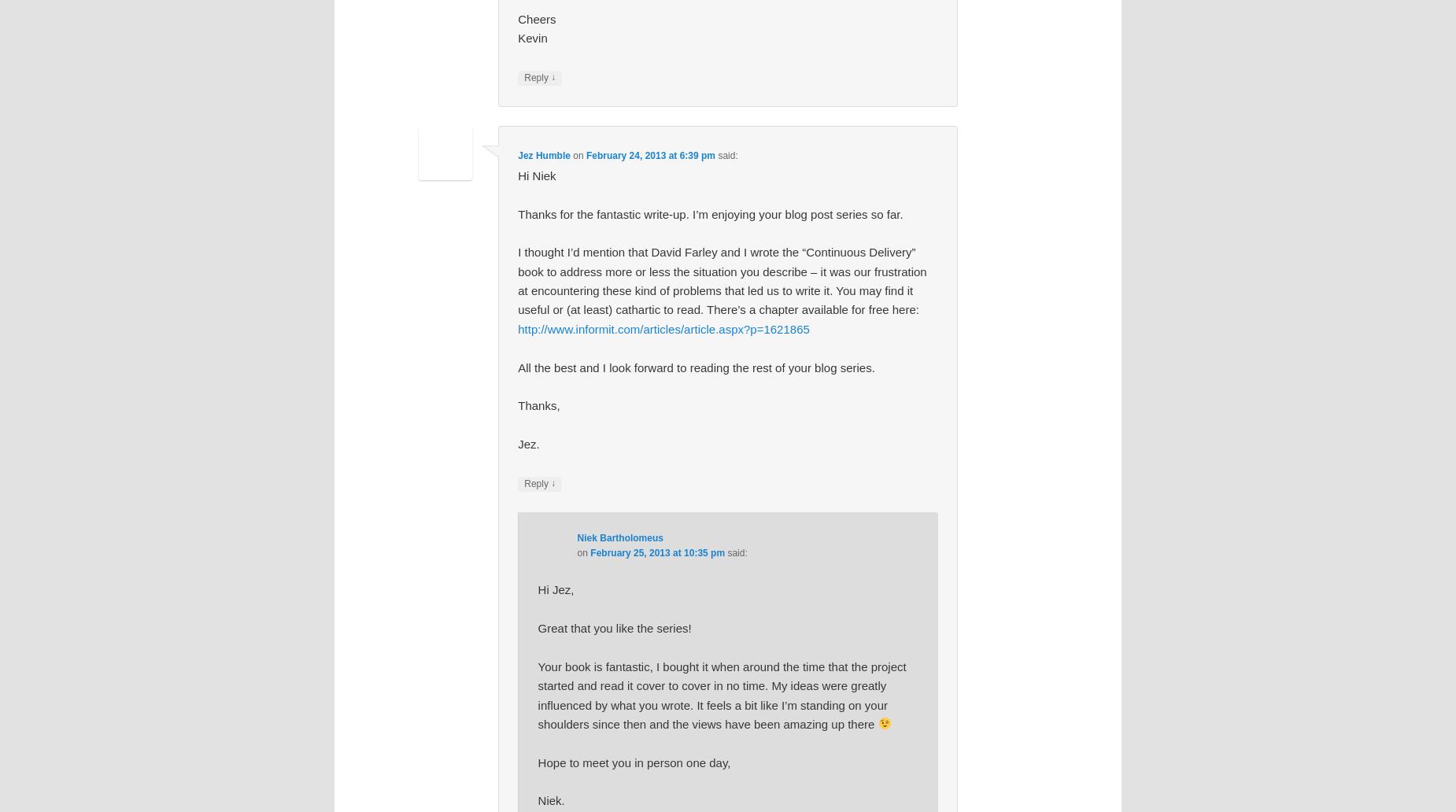 The image size is (1456, 812). What do you see at coordinates (518, 18) in the screenshot?
I see `'Cheers'` at bounding box center [518, 18].